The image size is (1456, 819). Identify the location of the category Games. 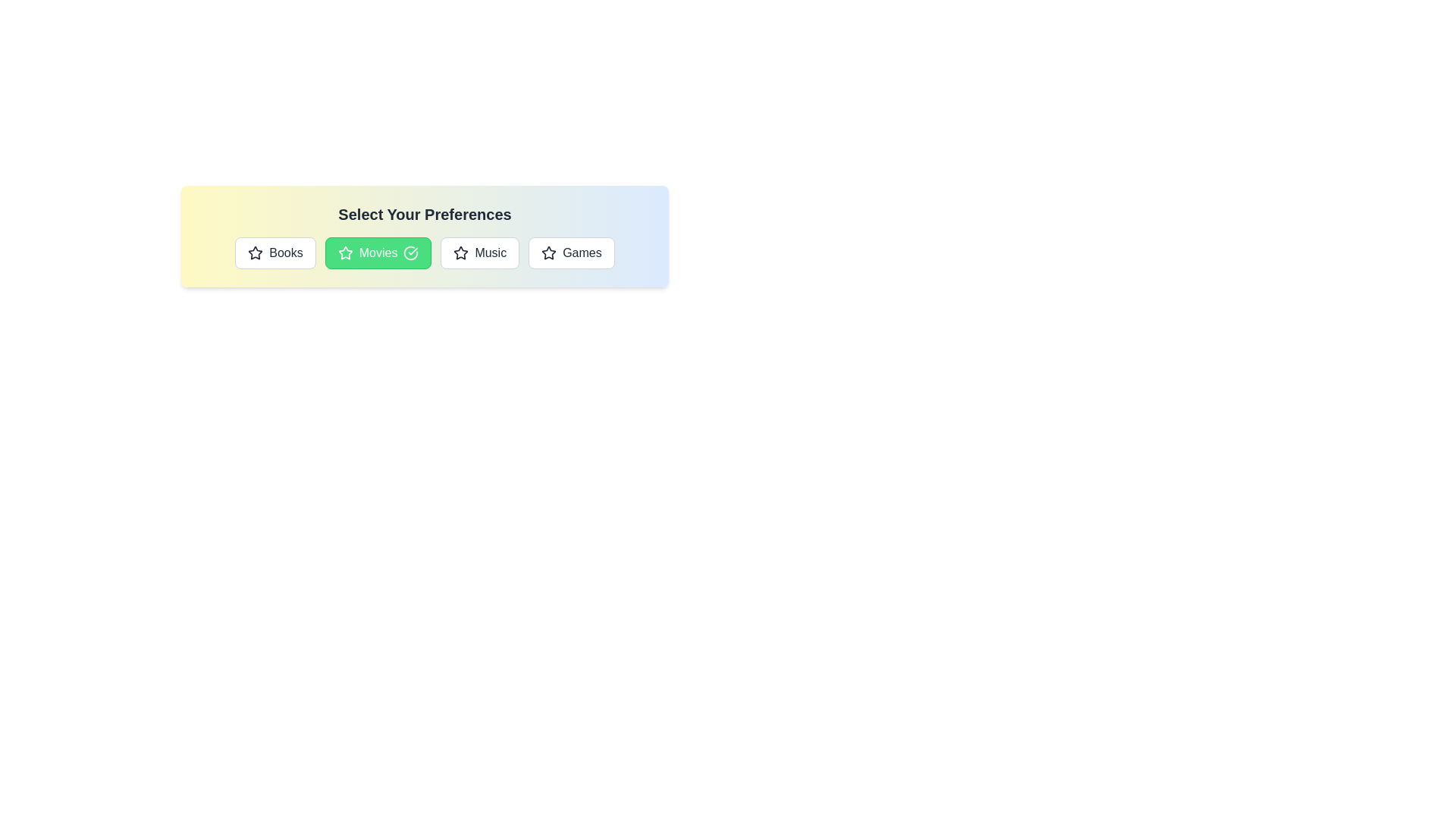
(570, 253).